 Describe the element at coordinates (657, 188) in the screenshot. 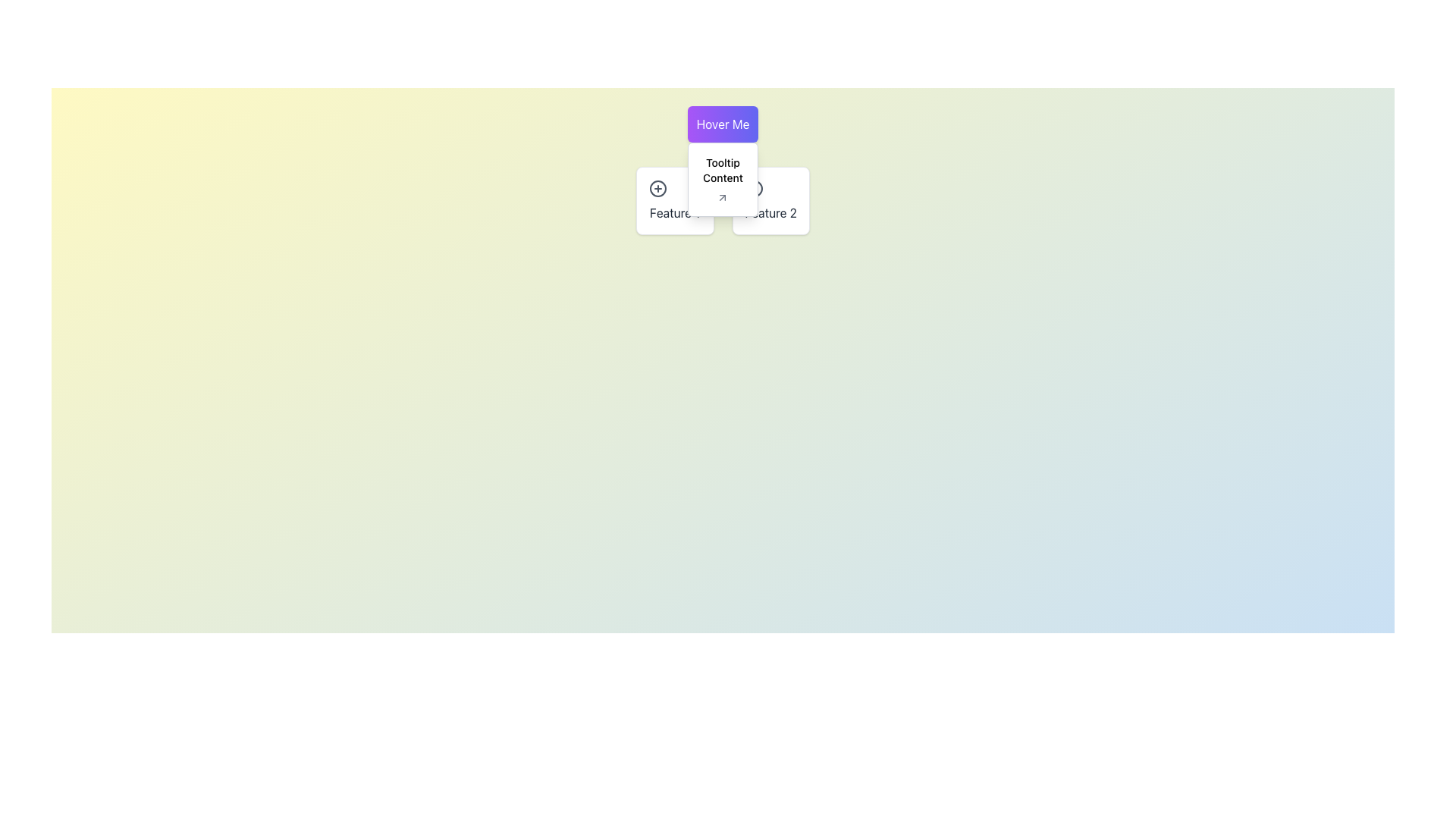

I see `the circular element styled with a thin stroke located at the center of an SVG group, positioned slightly to the right within the highlighted area of the interface` at that location.